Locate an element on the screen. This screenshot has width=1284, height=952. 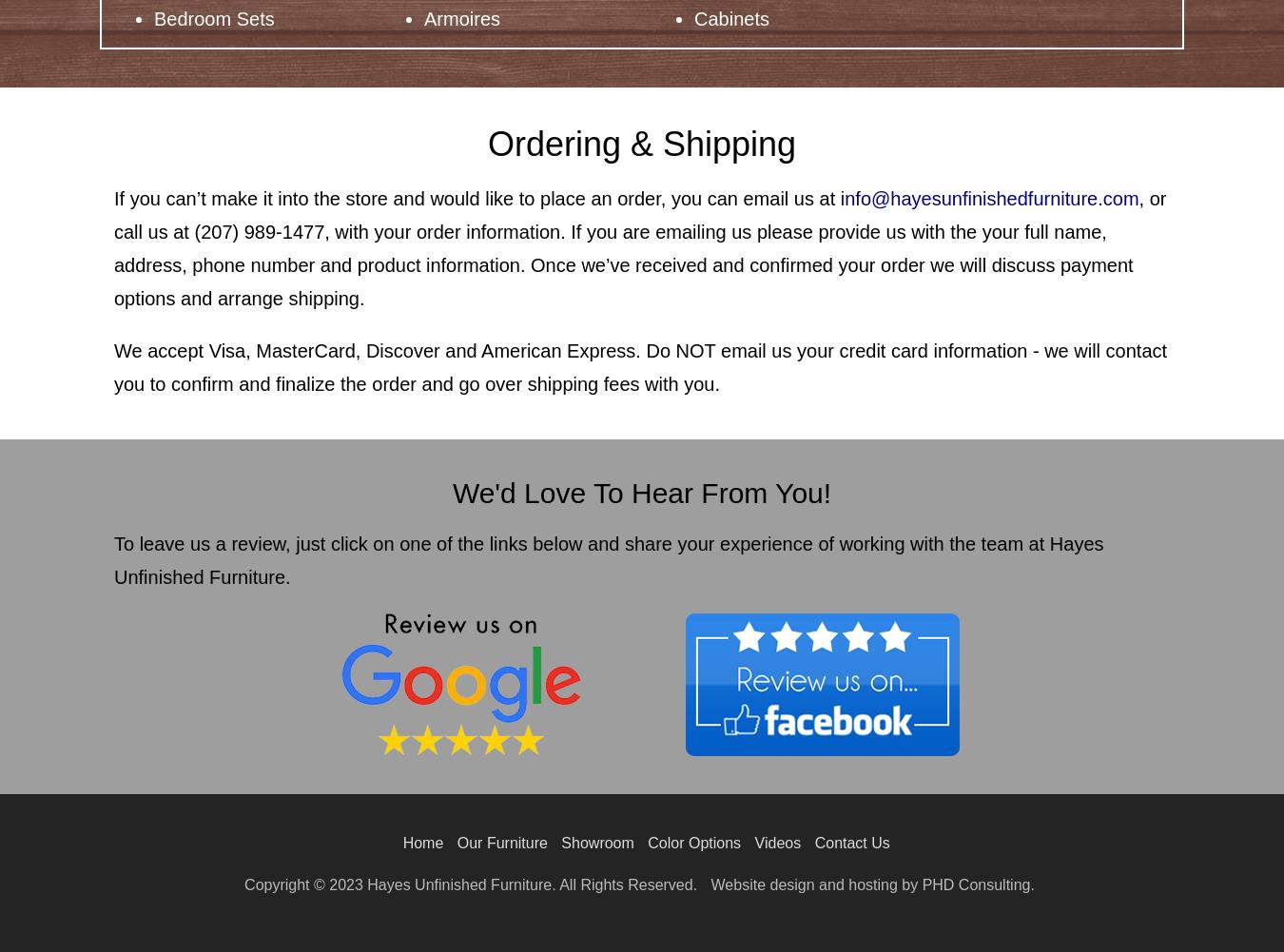
'Videos' is located at coordinates (753, 842).